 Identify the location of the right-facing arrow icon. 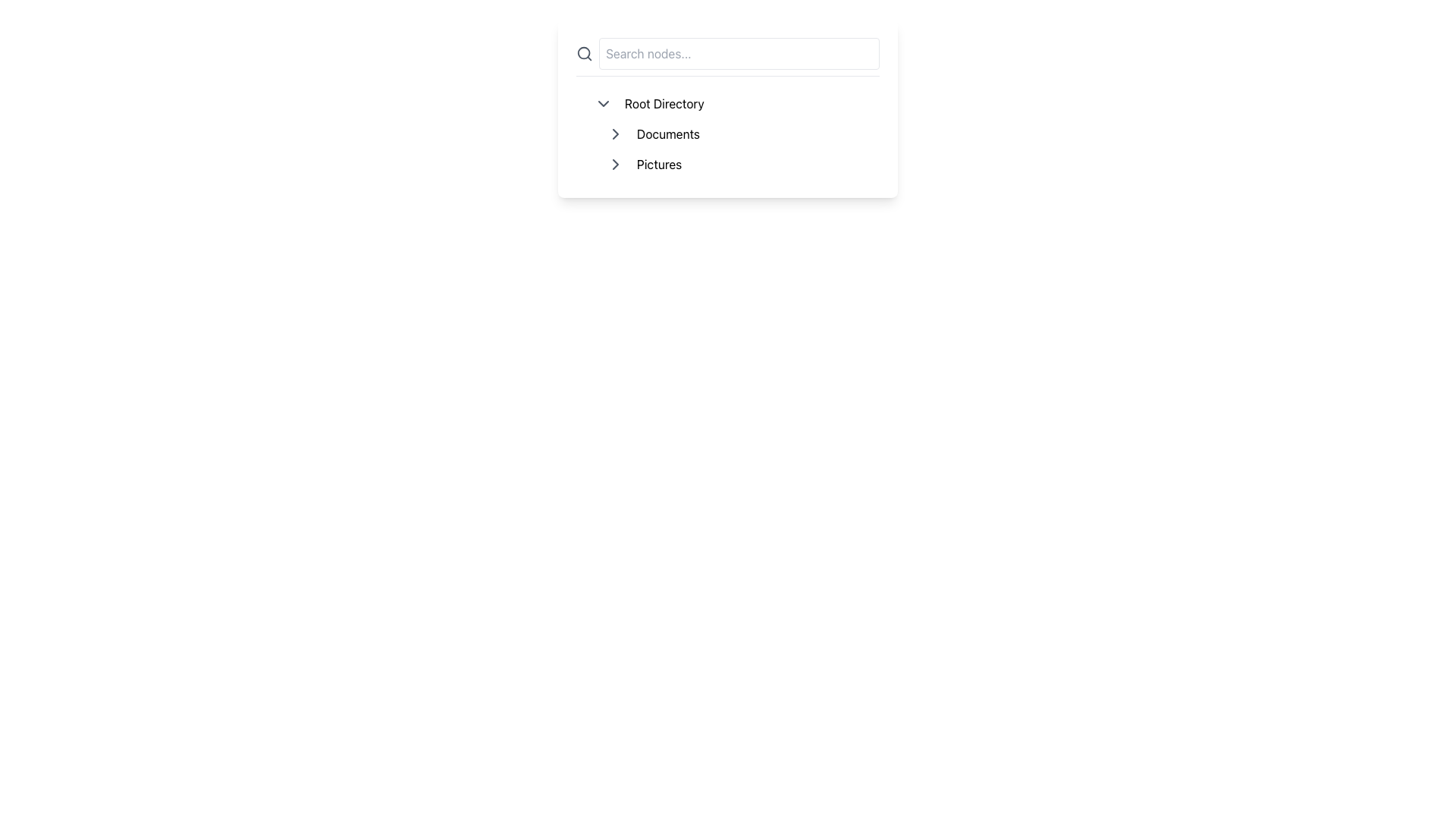
(615, 164).